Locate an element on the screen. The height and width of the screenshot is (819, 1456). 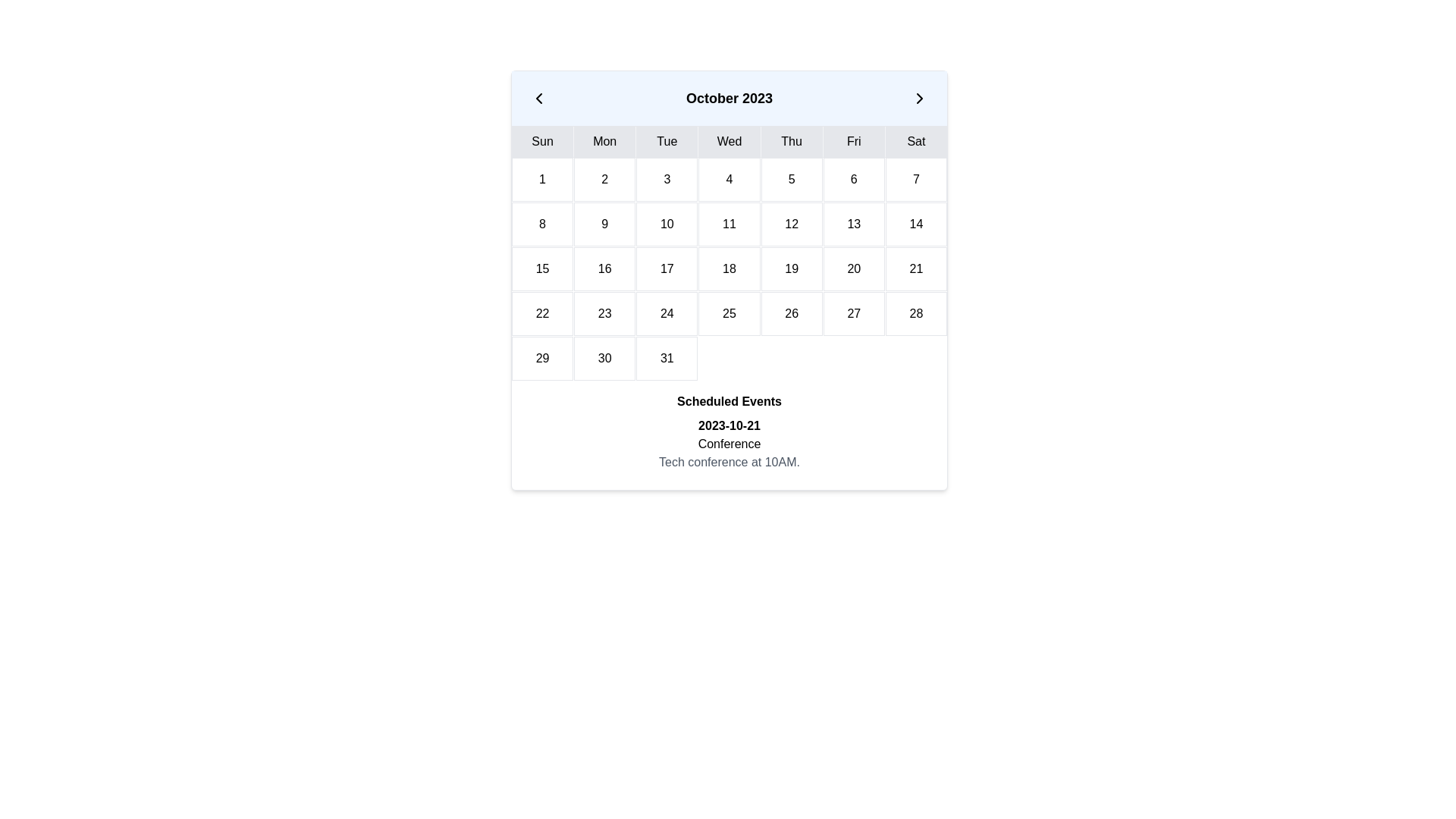
the calendar cell containing the date '2', which is a square-shaped element with a white background and black font, located in the second column of the calendar grid is located at coordinates (604, 178).